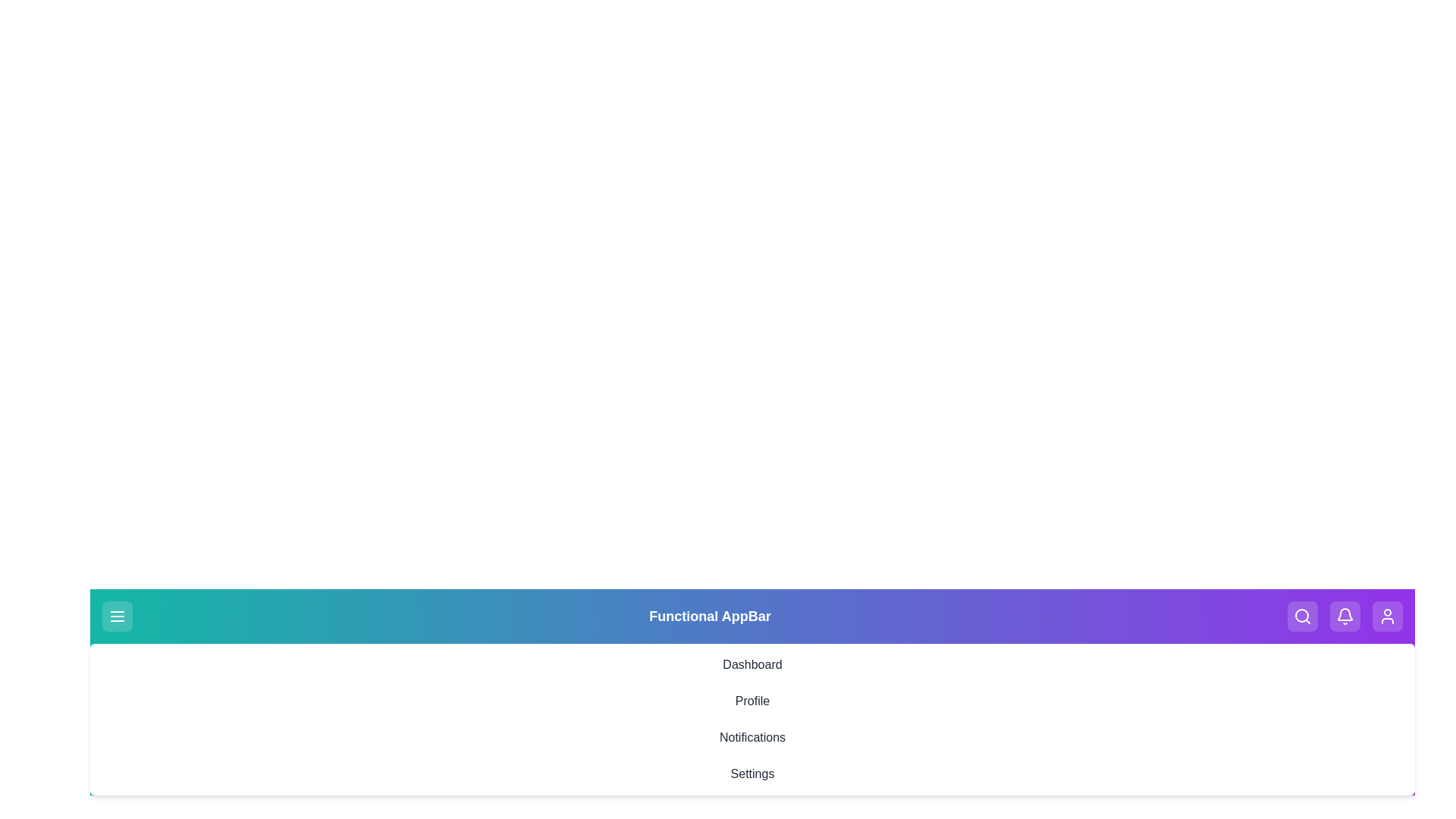 This screenshot has width=1456, height=819. I want to click on the Search button in the AppBar, so click(1302, 617).